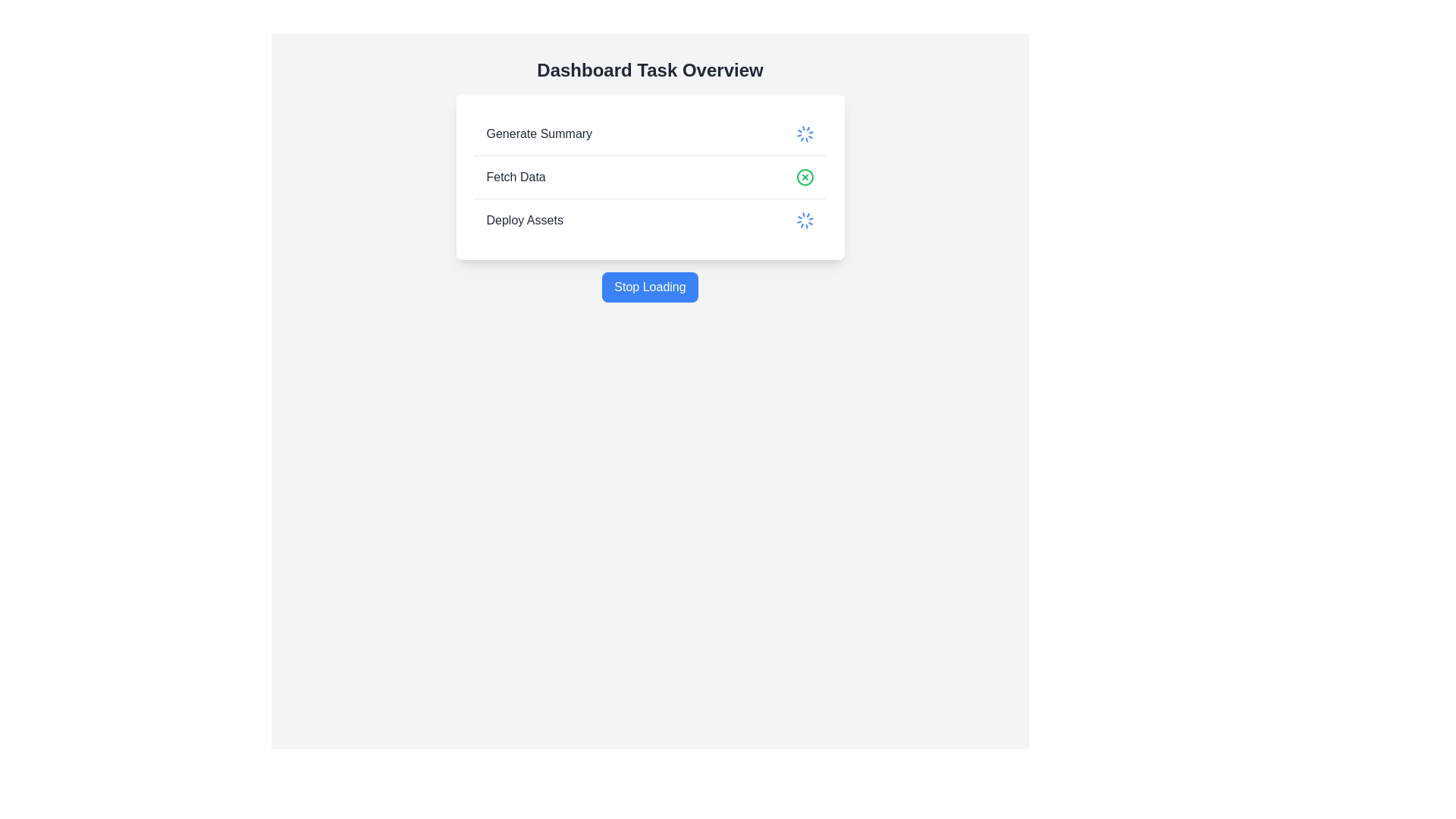  I want to click on the blue Loader animation icon located to the right of the 'Generate Summary' text in the task status list, so click(804, 133).